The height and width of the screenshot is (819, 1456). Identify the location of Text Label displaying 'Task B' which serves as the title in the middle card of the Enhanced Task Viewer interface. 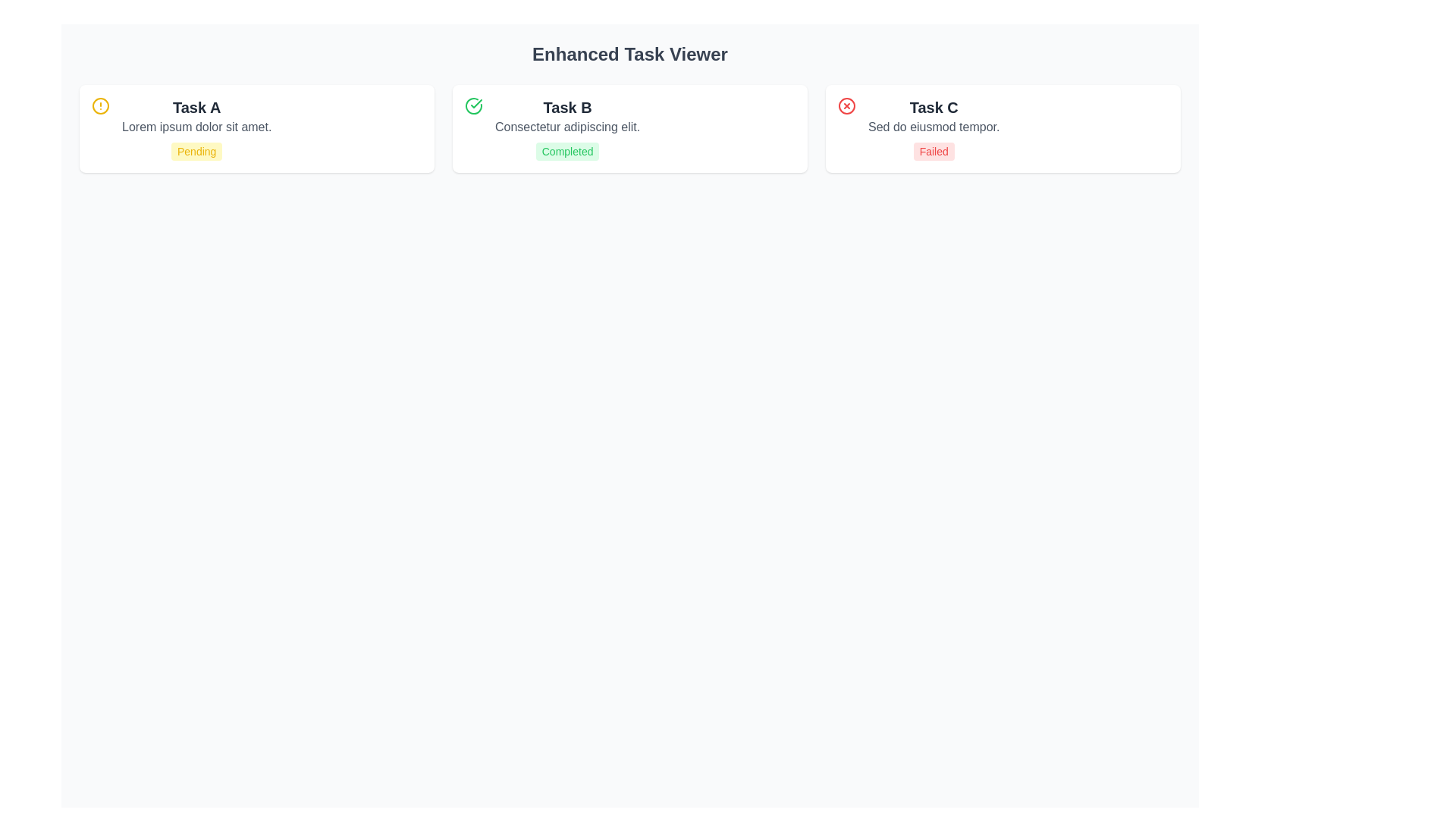
(566, 107).